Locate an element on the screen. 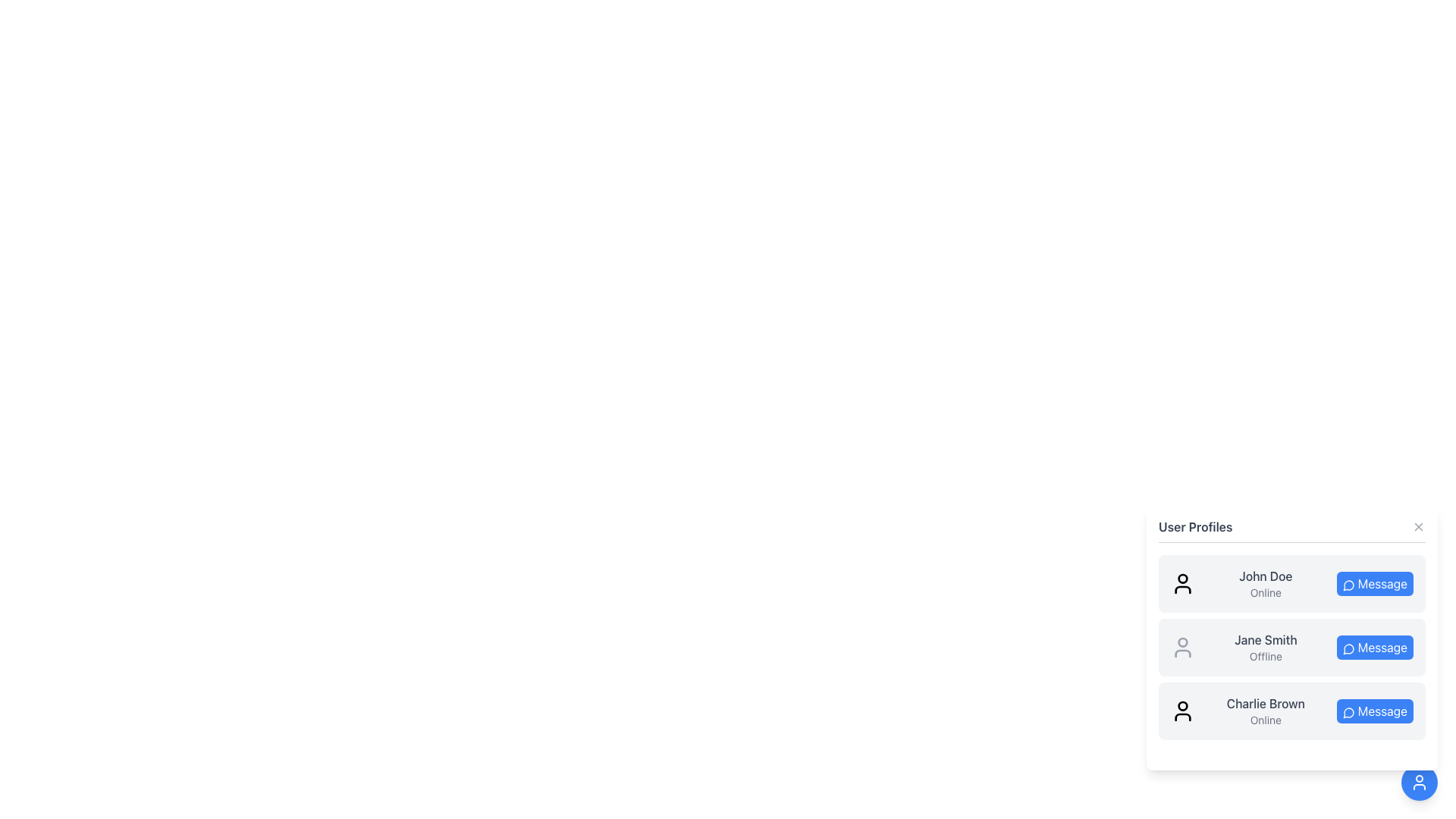 The height and width of the screenshot is (819, 1456). the messaging icon button located to the right of 'Charlie Brown' in the user profiles list to initiate a message is located at coordinates (1348, 713).